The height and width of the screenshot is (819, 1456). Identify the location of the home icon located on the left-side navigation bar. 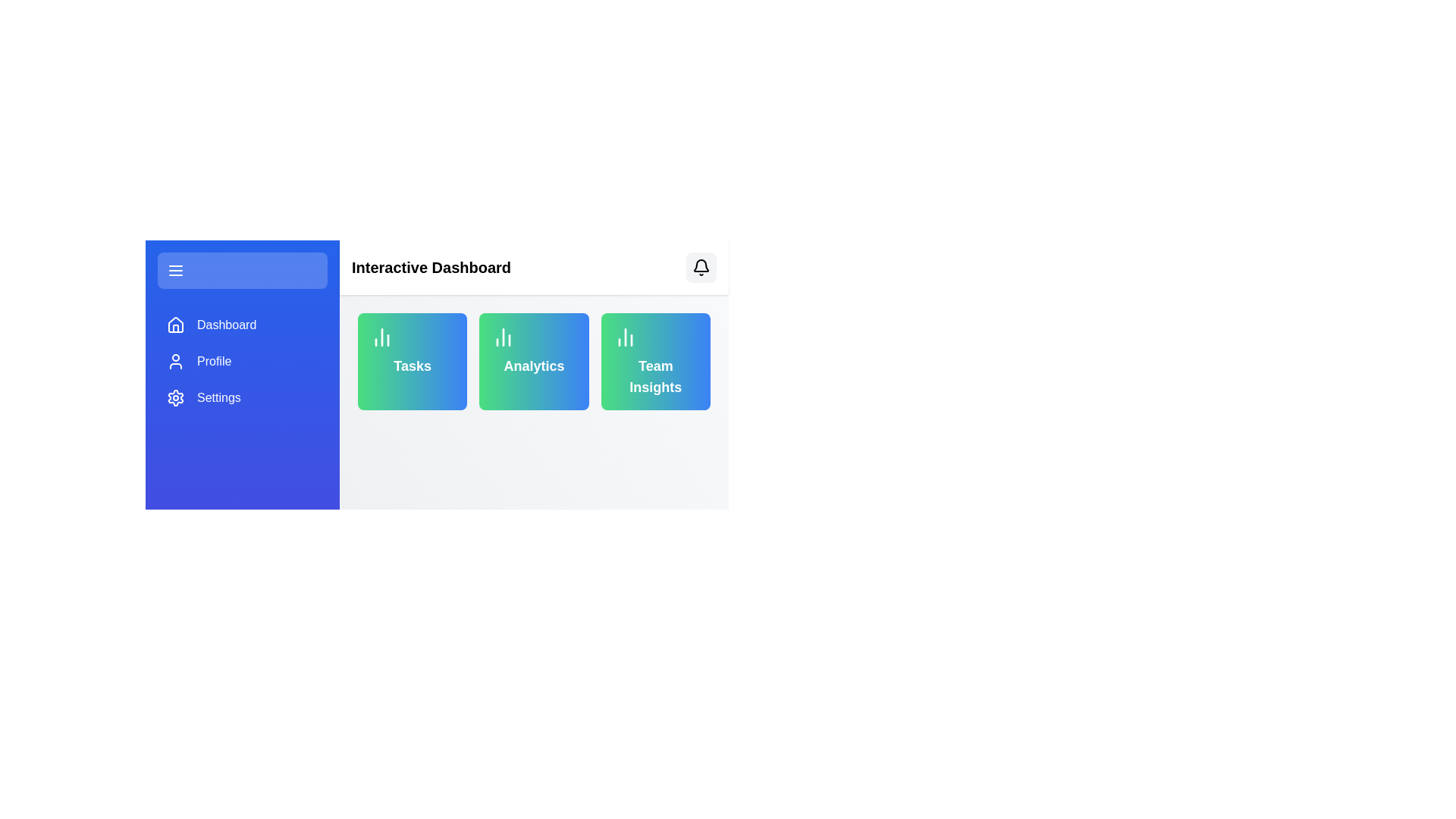
(175, 324).